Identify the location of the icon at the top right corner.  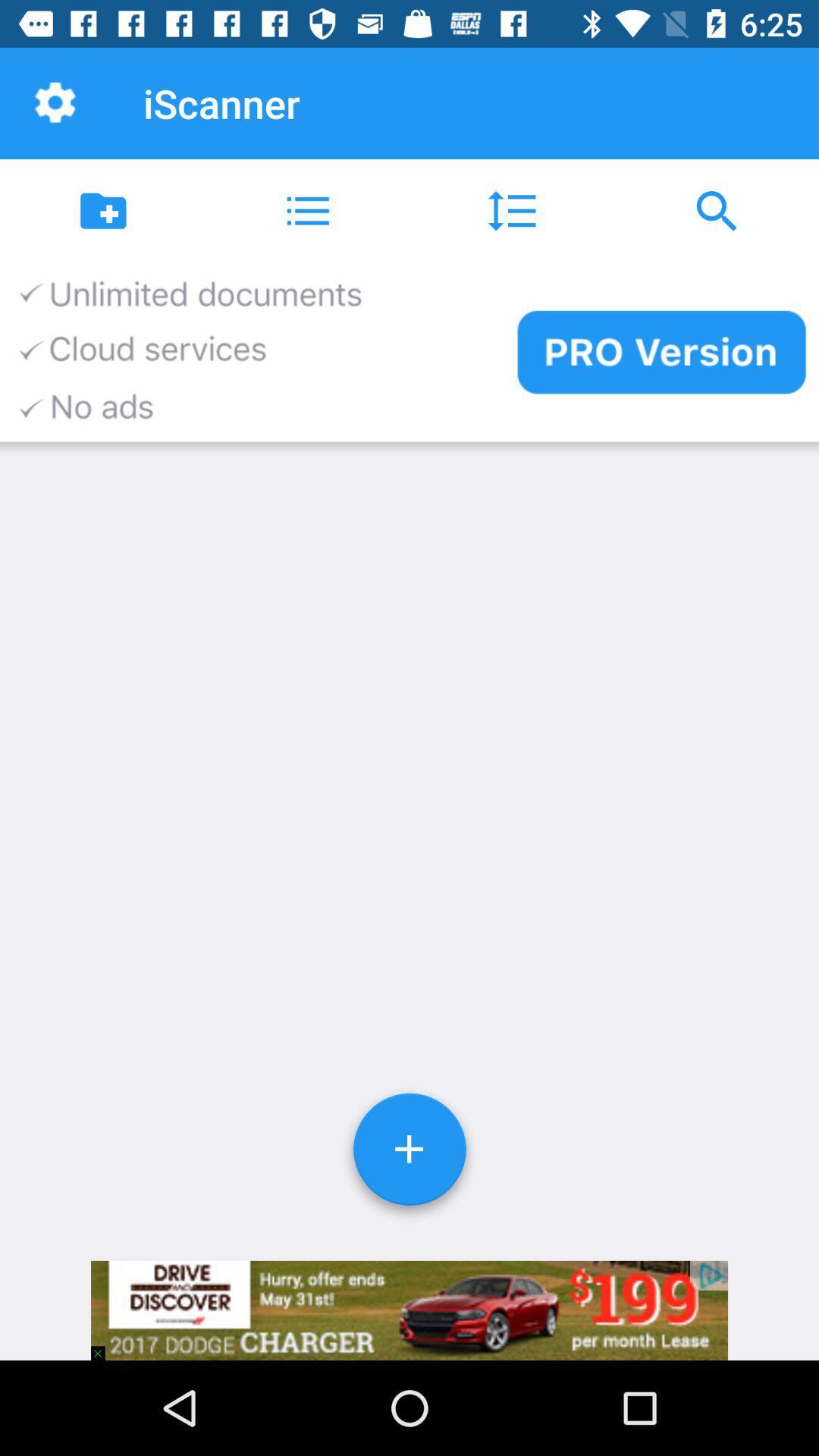
(717, 210).